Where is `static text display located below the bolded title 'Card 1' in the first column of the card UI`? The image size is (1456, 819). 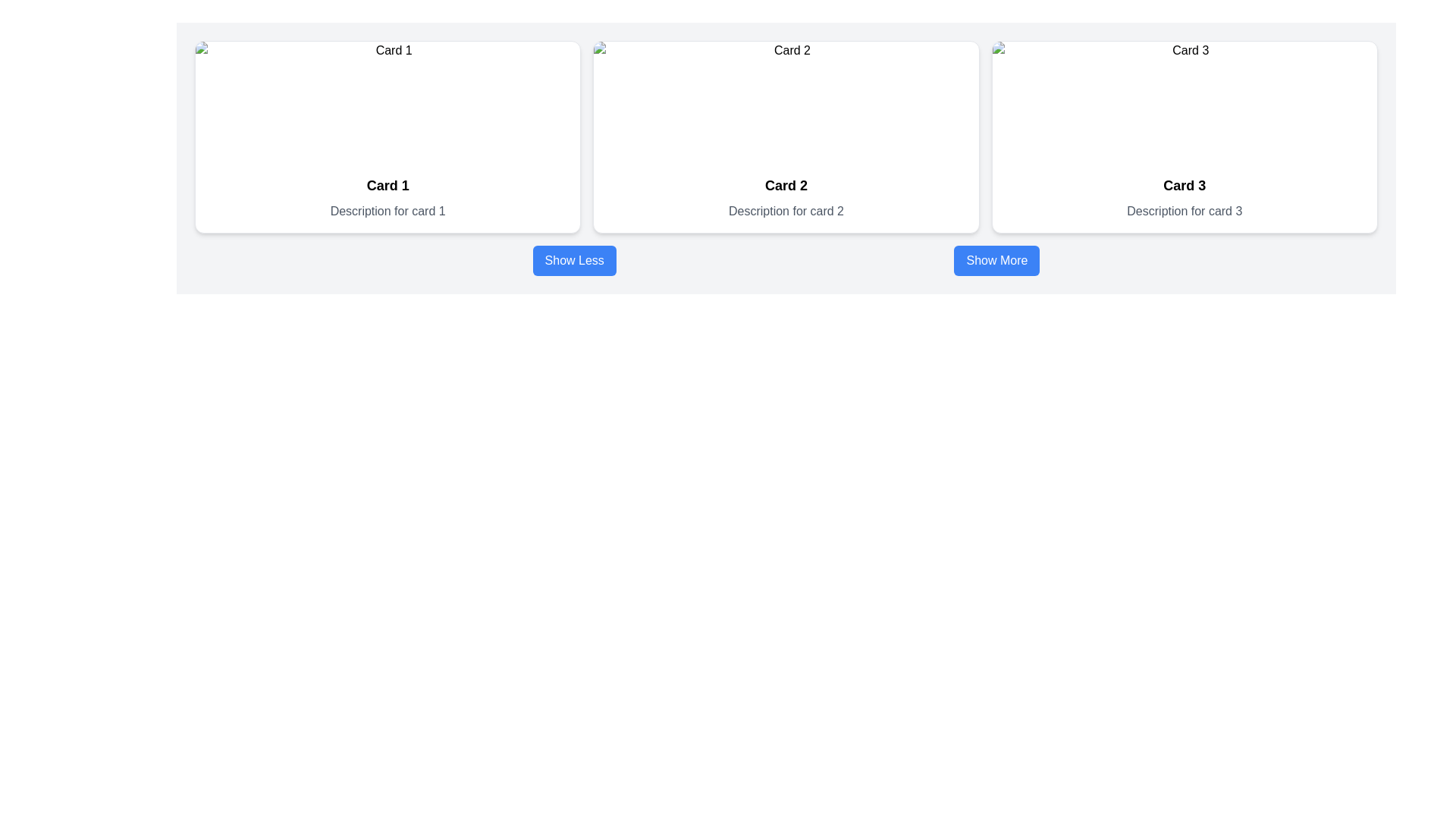 static text display located below the bolded title 'Card 1' in the first column of the card UI is located at coordinates (388, 211).